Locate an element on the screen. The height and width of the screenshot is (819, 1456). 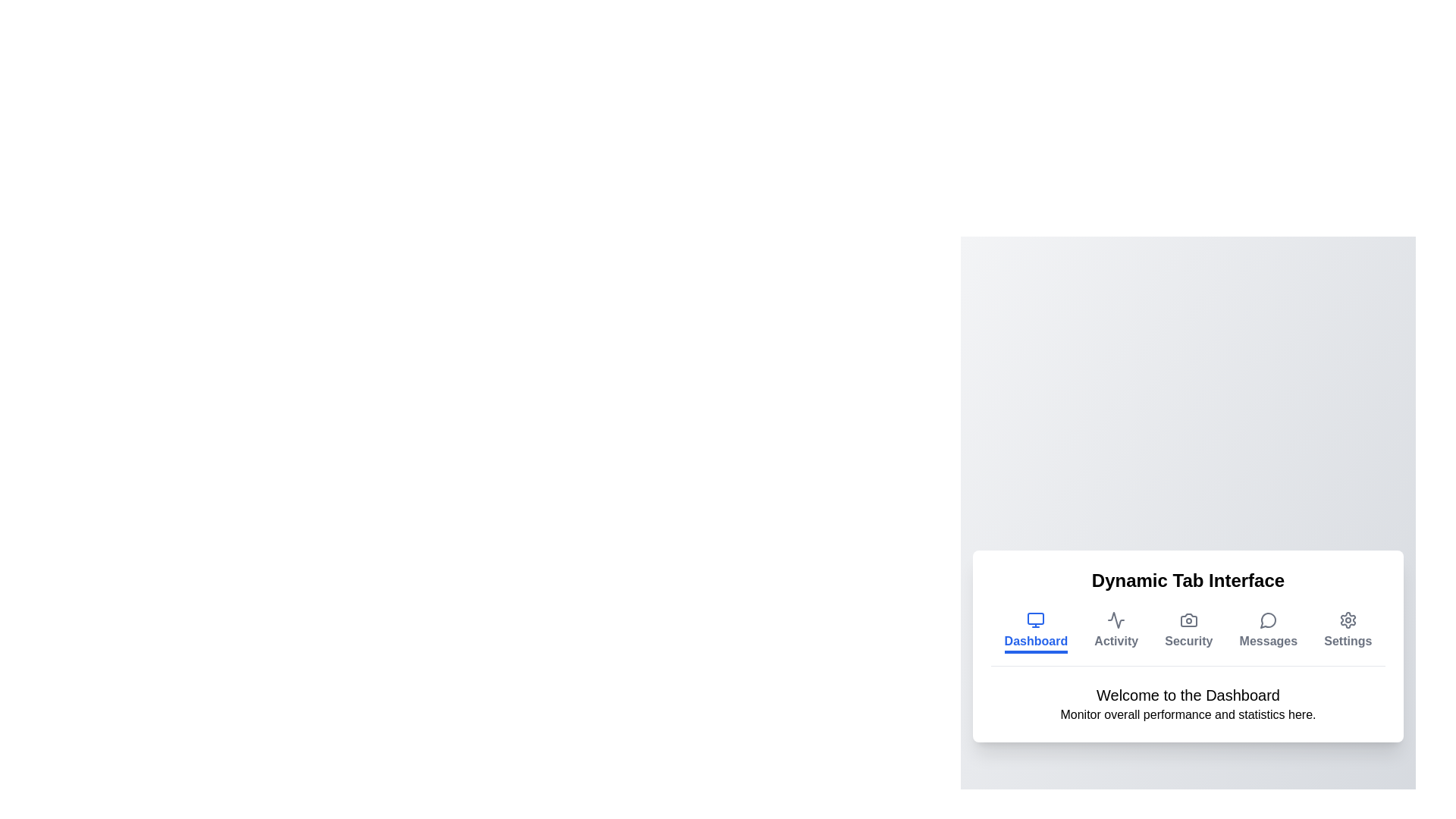
the 'Activity' icon in the horizontal navigation list at the center-top region of the card interface is located at coordinates (1116, 620).